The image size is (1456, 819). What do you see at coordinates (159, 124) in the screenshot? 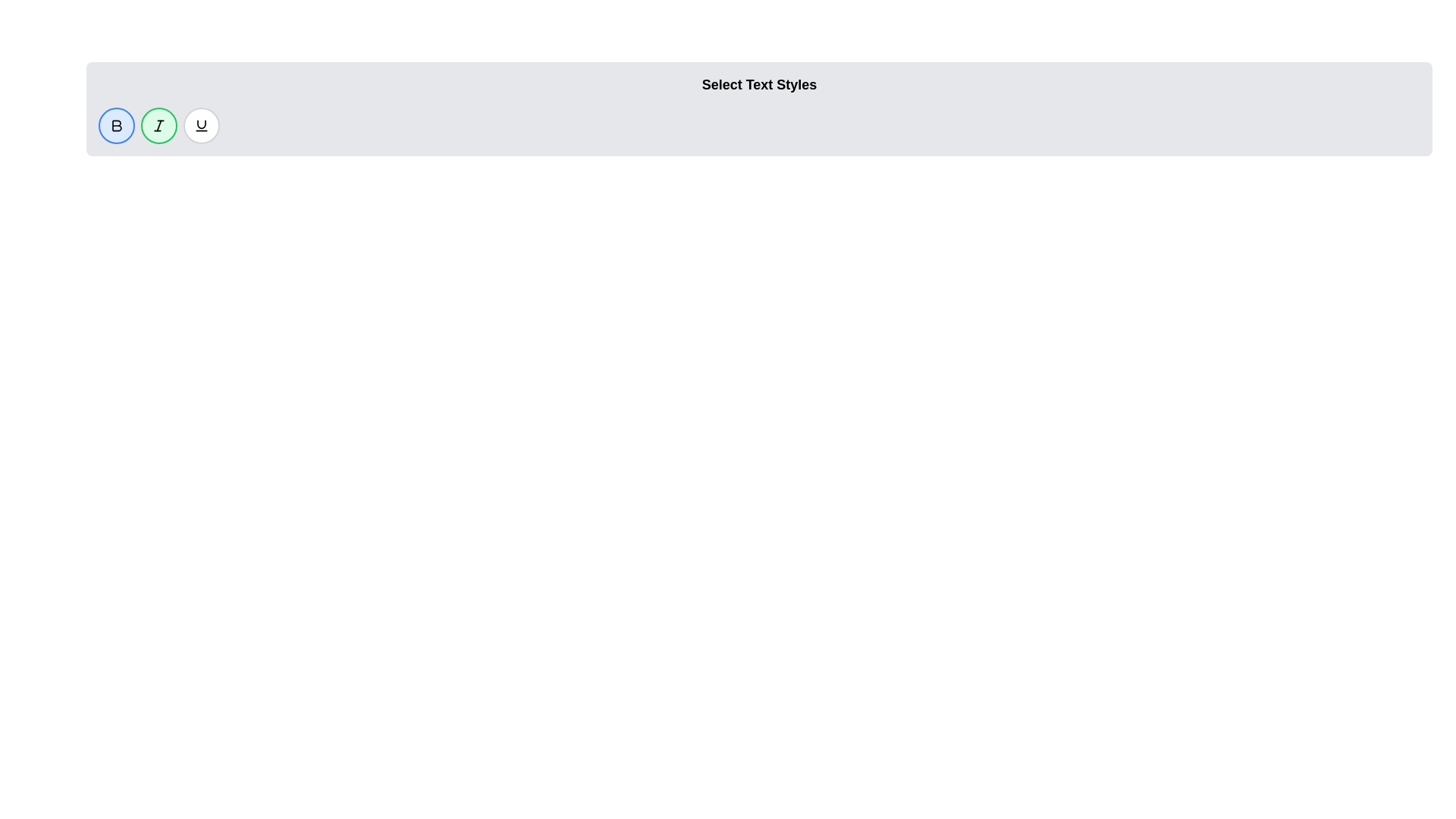
I see `the circular button containing an icon` at bounding box center [159, 124].